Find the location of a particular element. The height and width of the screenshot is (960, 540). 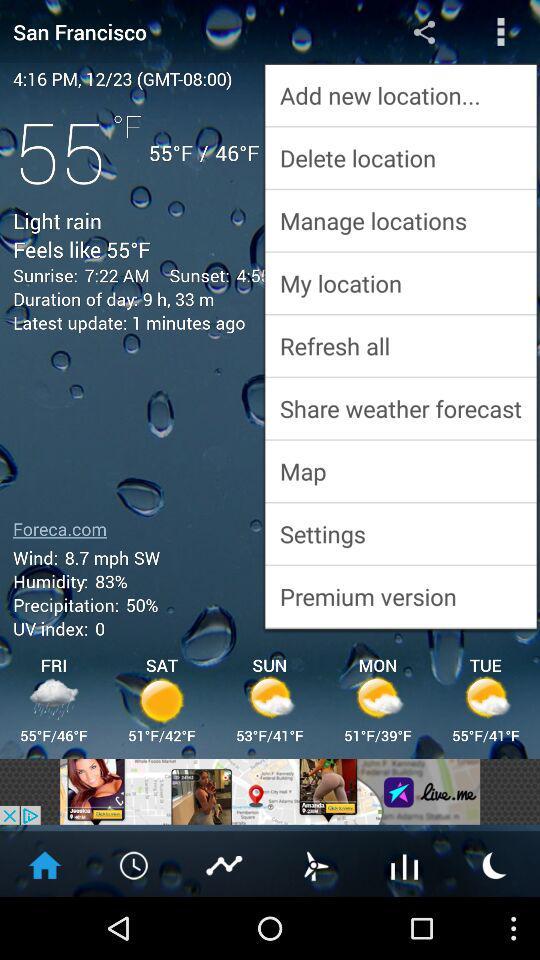

manage locations item is located at coordinates (400, 220).